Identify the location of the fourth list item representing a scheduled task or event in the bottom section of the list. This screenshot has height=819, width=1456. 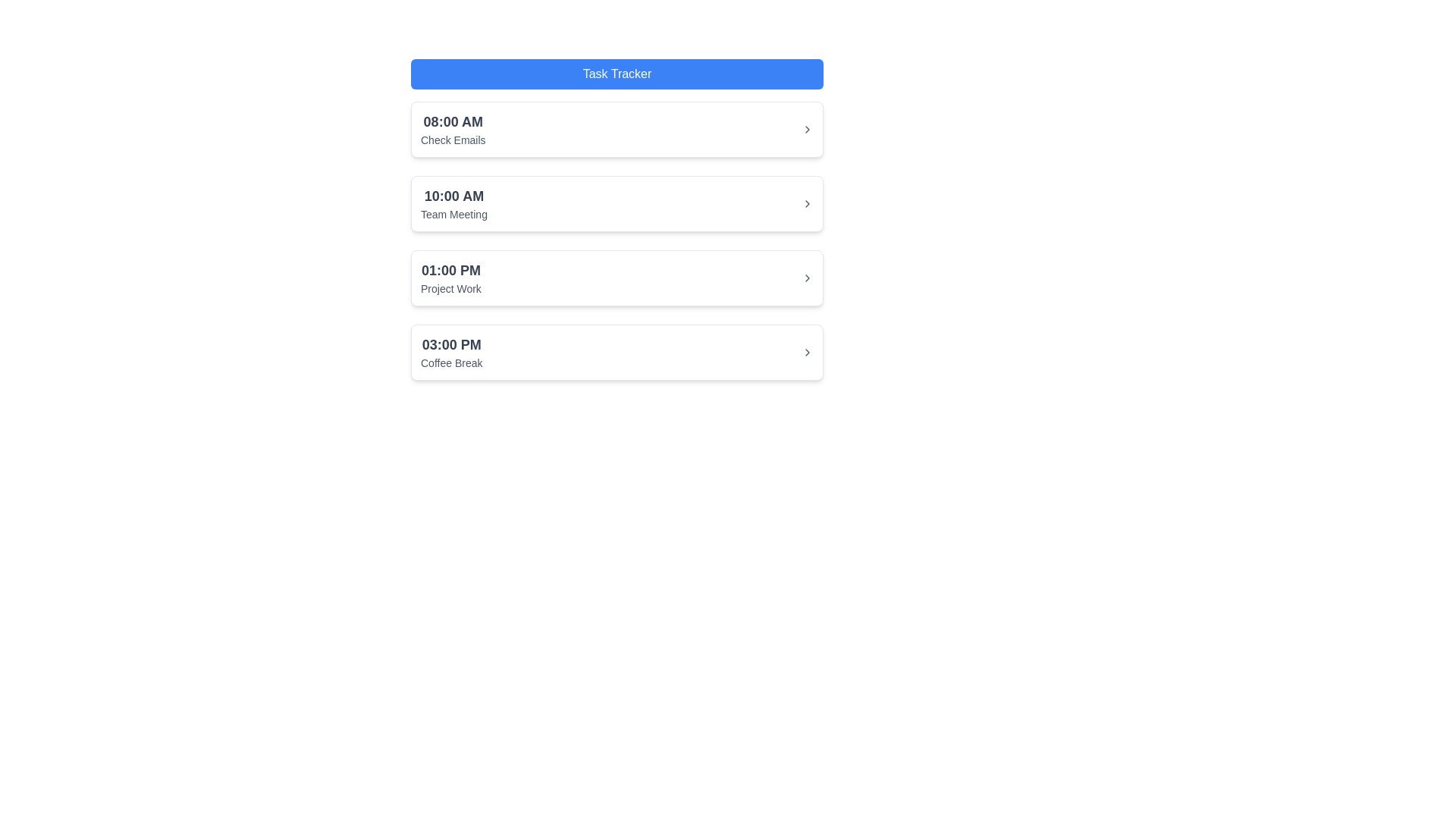
(617, 353).